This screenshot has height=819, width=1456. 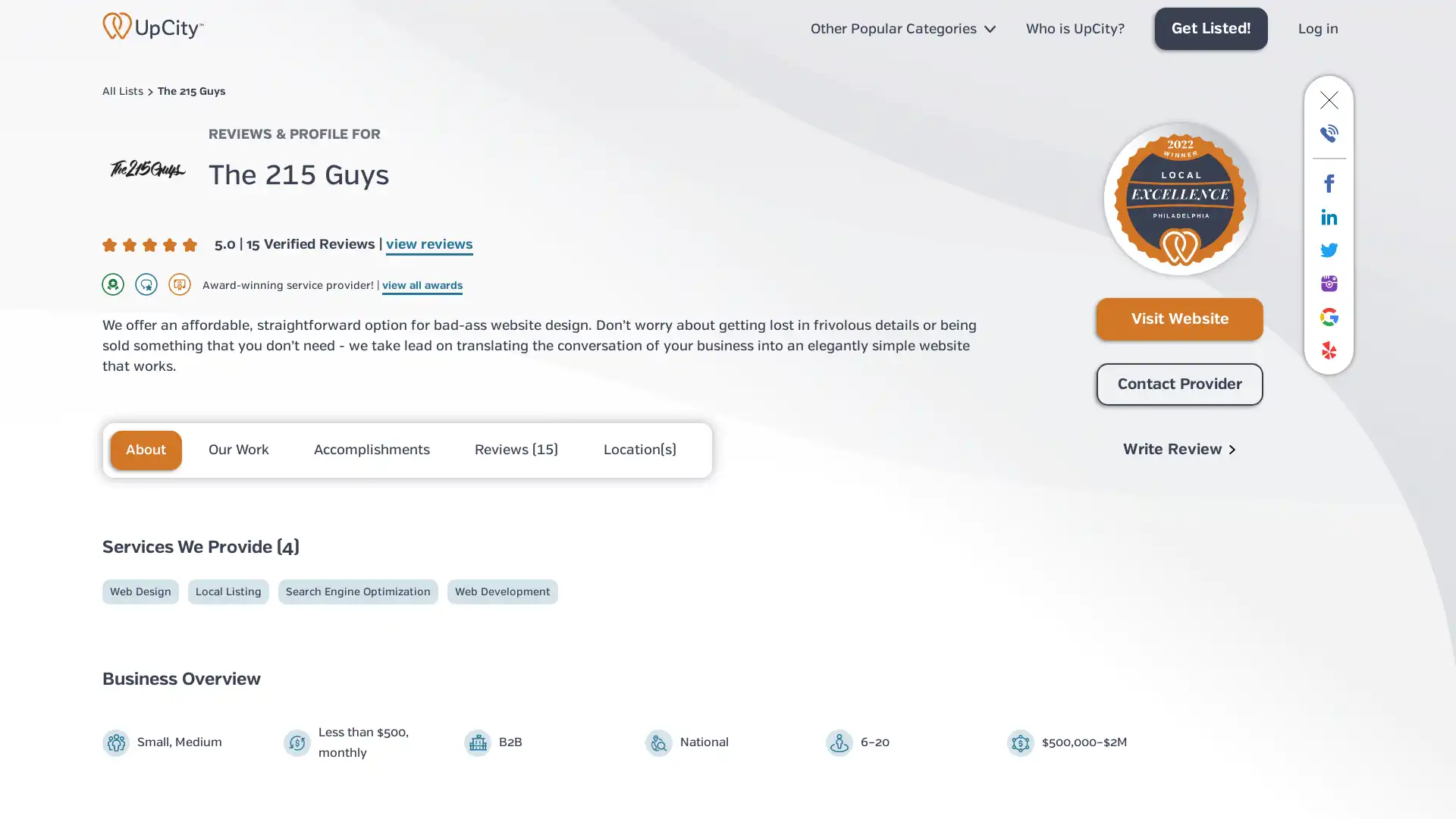 What do you see at coordinates (239, 449) in the screenshot?
I see `Our Work` at bounding box center [239, 449].